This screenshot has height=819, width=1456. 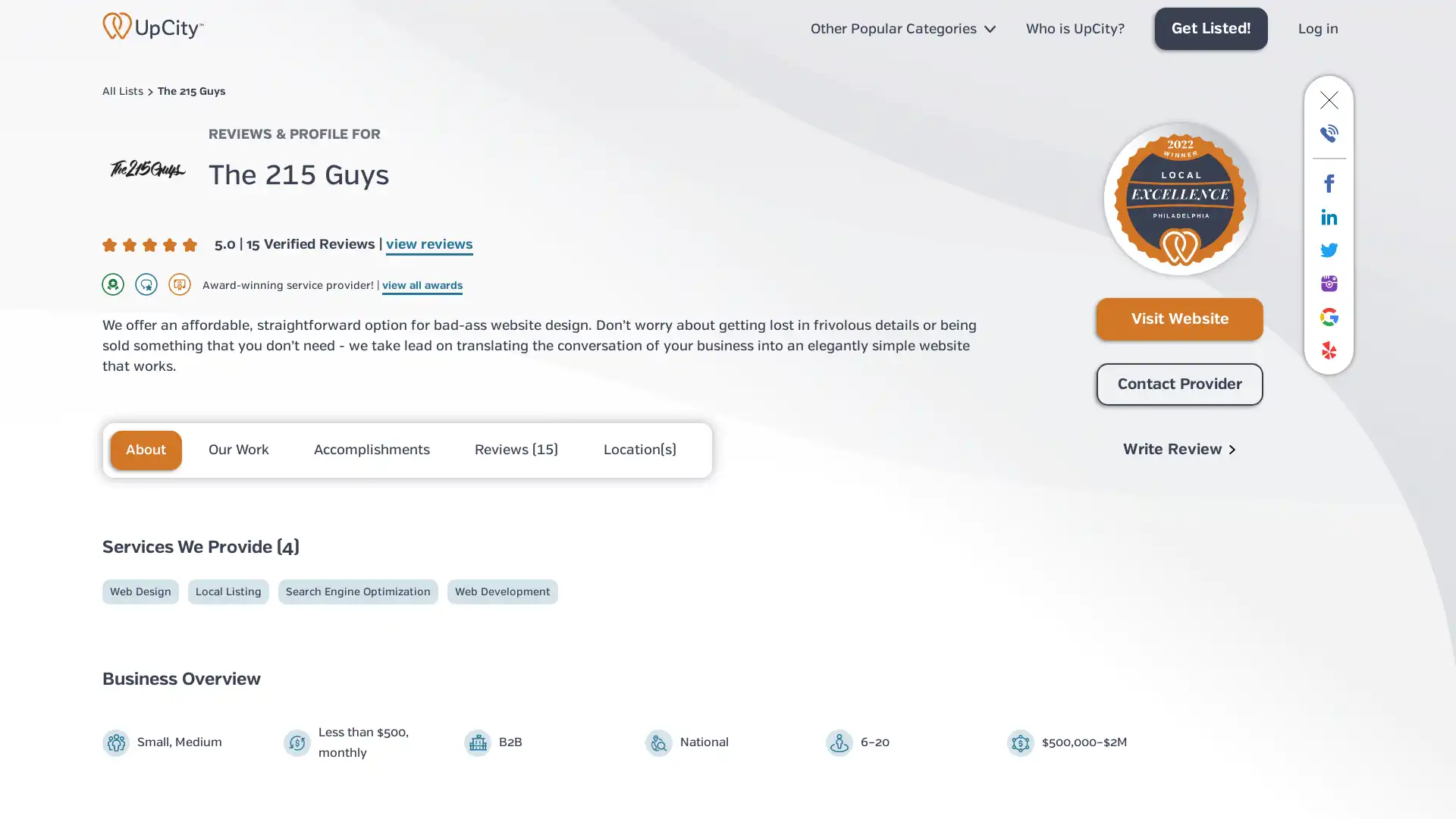 What do you see at coordinates (239, 449) in the screenshot?
I see `Our Work` at bounding box center [239, 449].